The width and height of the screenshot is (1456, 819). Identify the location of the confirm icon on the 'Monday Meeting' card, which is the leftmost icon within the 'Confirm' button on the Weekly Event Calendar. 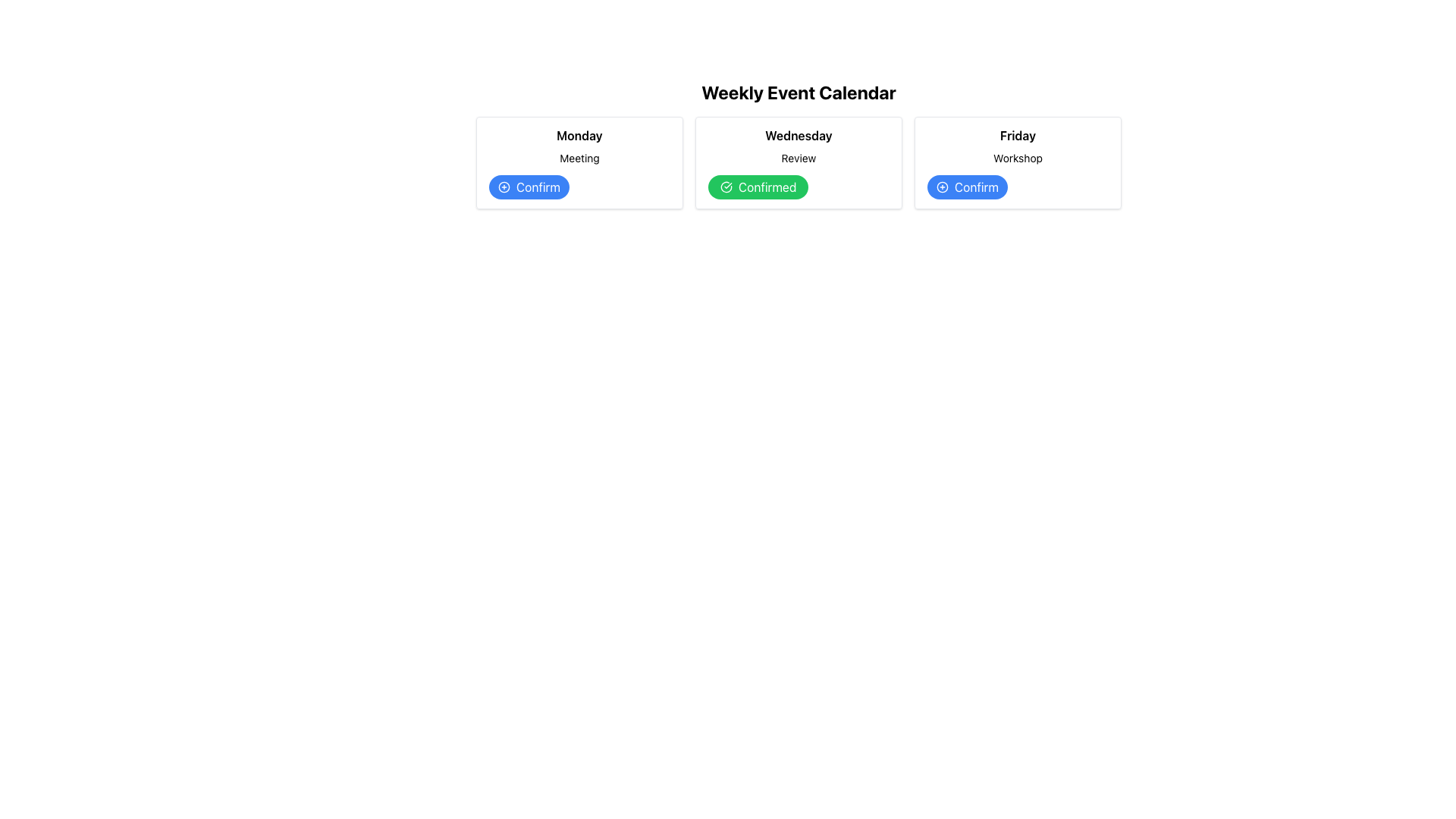
(504, 186).